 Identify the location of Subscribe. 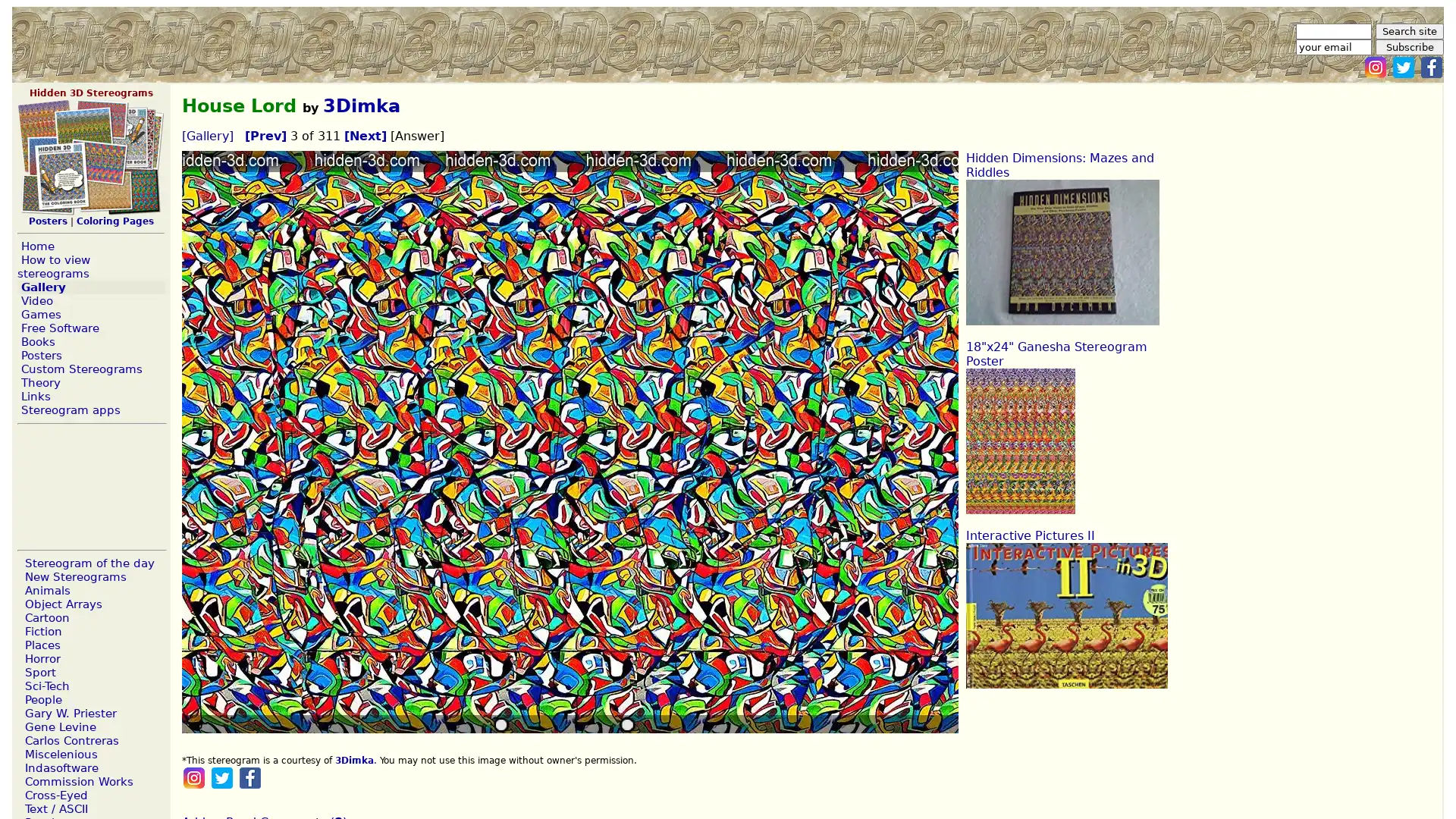
(1408, 46).